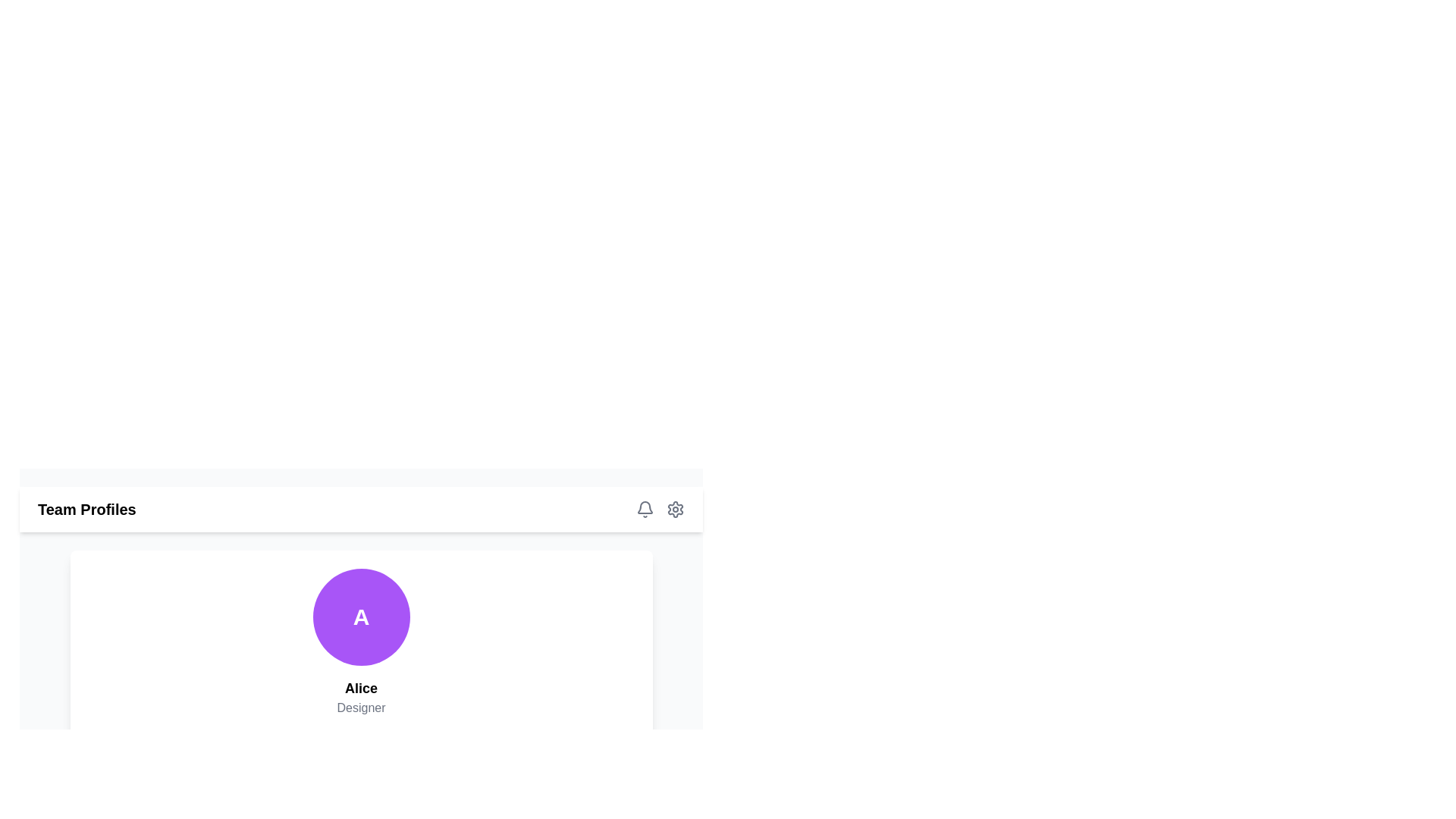 This screenshot has width=1456, height=819. I want to click on the static text label displaying 'Designer', which is positioned below the 'Alice' text and above the 'Next Profile' button, so click(360, 708).